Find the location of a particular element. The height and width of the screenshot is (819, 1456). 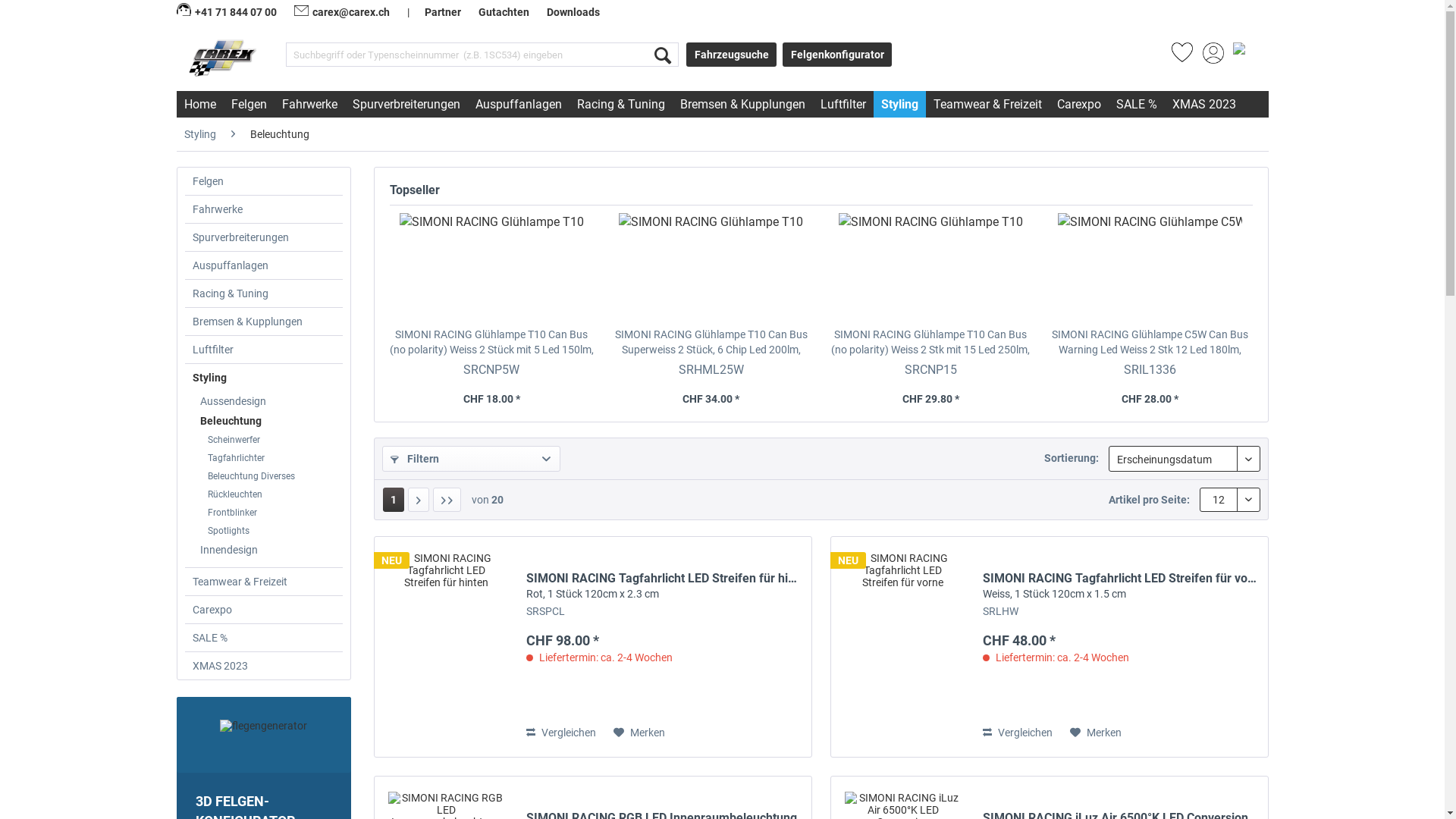

'Downloads' is located at coordinates (571, 11).